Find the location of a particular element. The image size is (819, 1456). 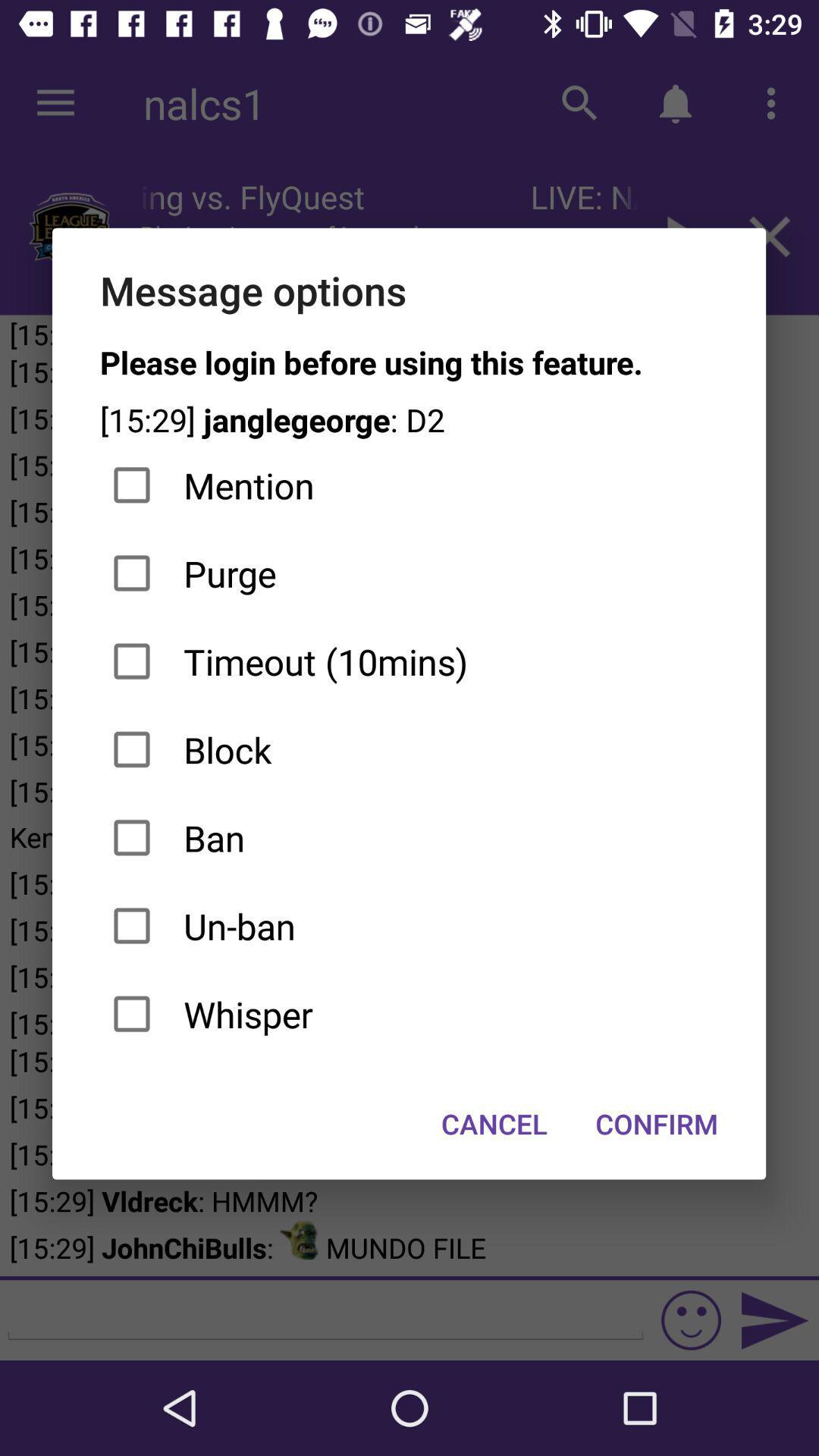

the icon below ban checkbox is located at coordinates (408, 925).